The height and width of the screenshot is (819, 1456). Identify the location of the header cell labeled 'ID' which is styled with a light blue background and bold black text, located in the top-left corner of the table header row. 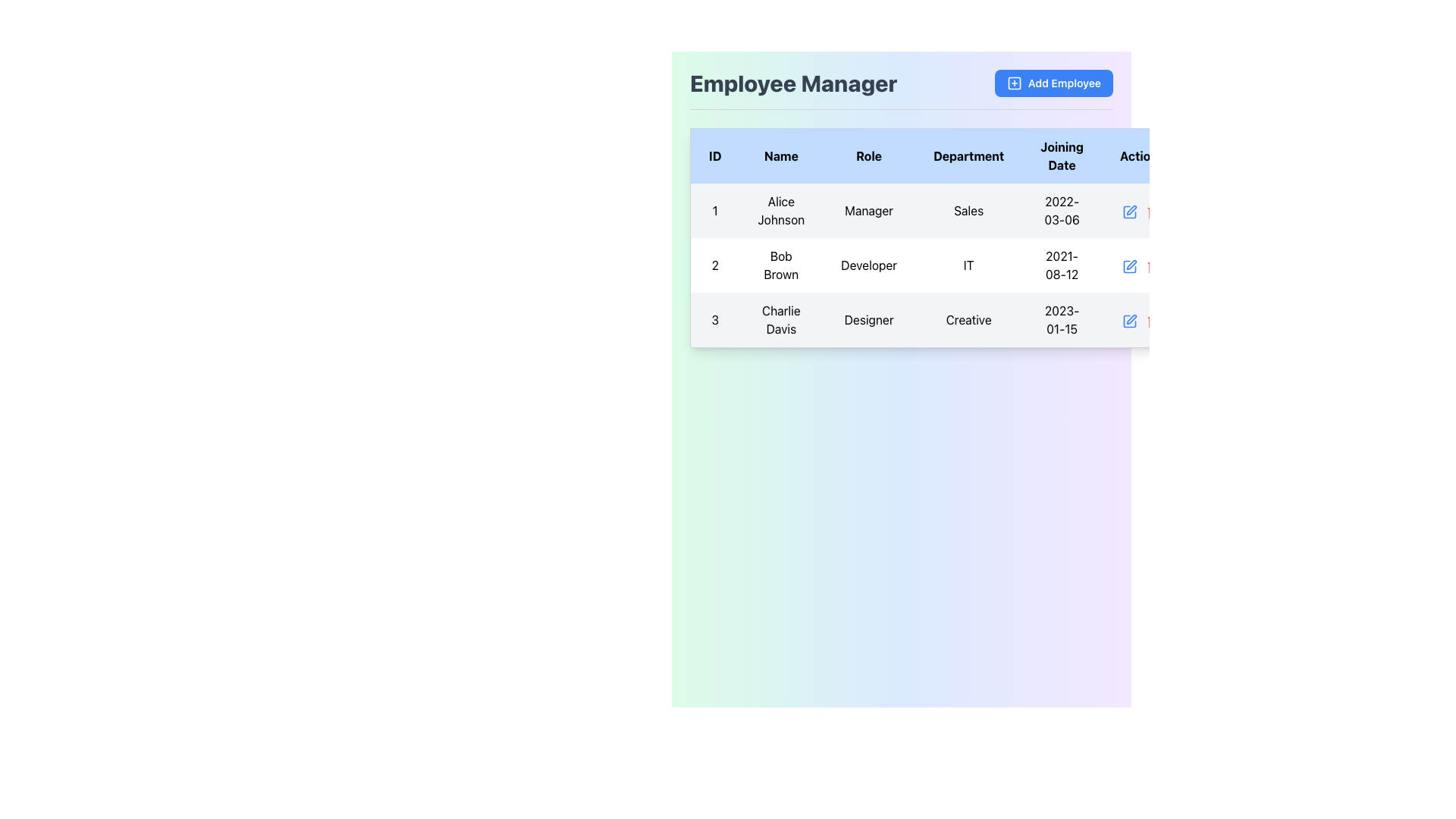
(714, 155).